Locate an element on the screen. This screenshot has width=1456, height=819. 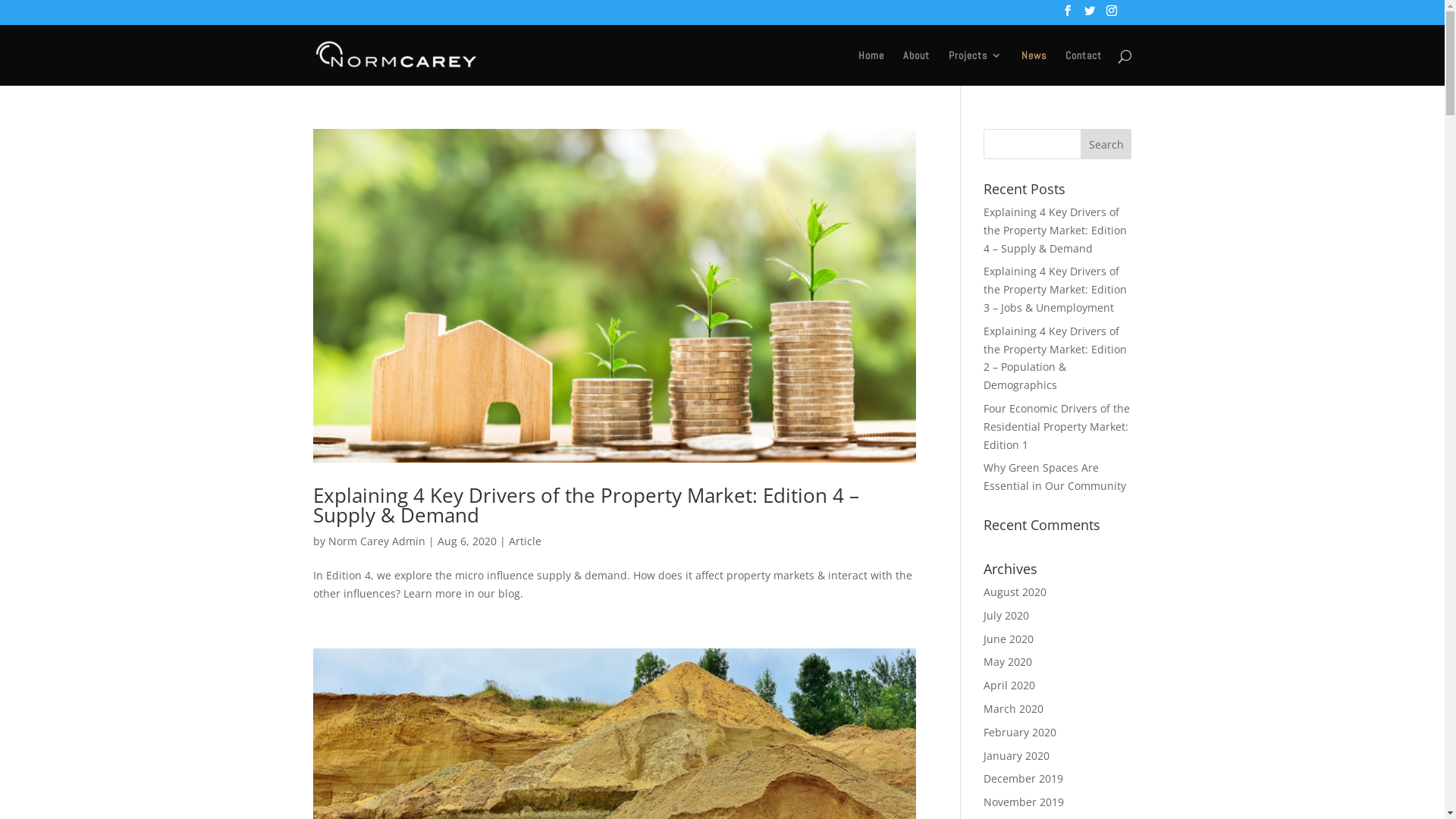
'Search' is located at coordinates (1106, 143).